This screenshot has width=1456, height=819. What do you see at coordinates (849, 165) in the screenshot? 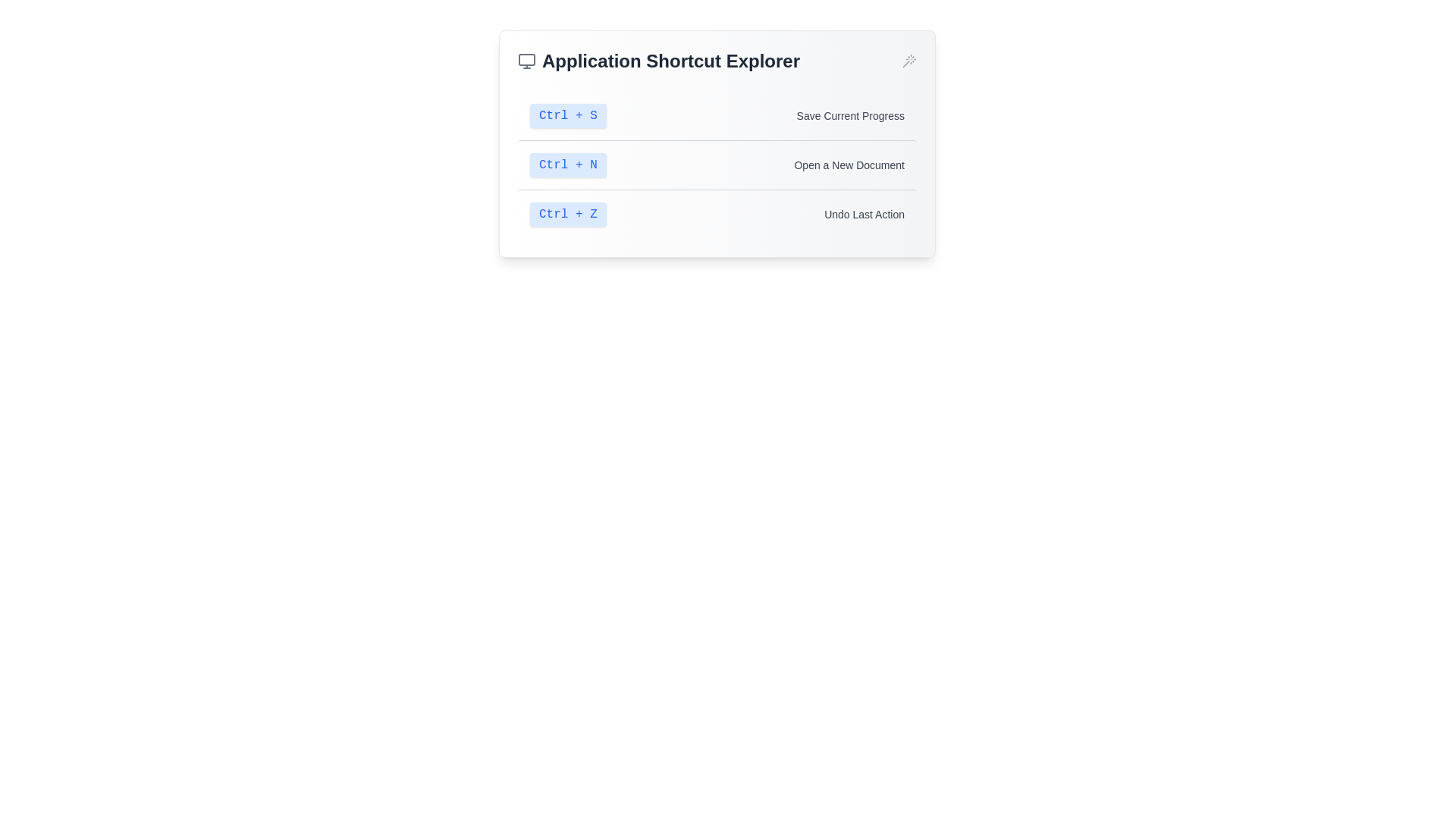
I see `the descriptive text label for the shortcut command 'Ctrl + N'` at bounding box center [849, 165].